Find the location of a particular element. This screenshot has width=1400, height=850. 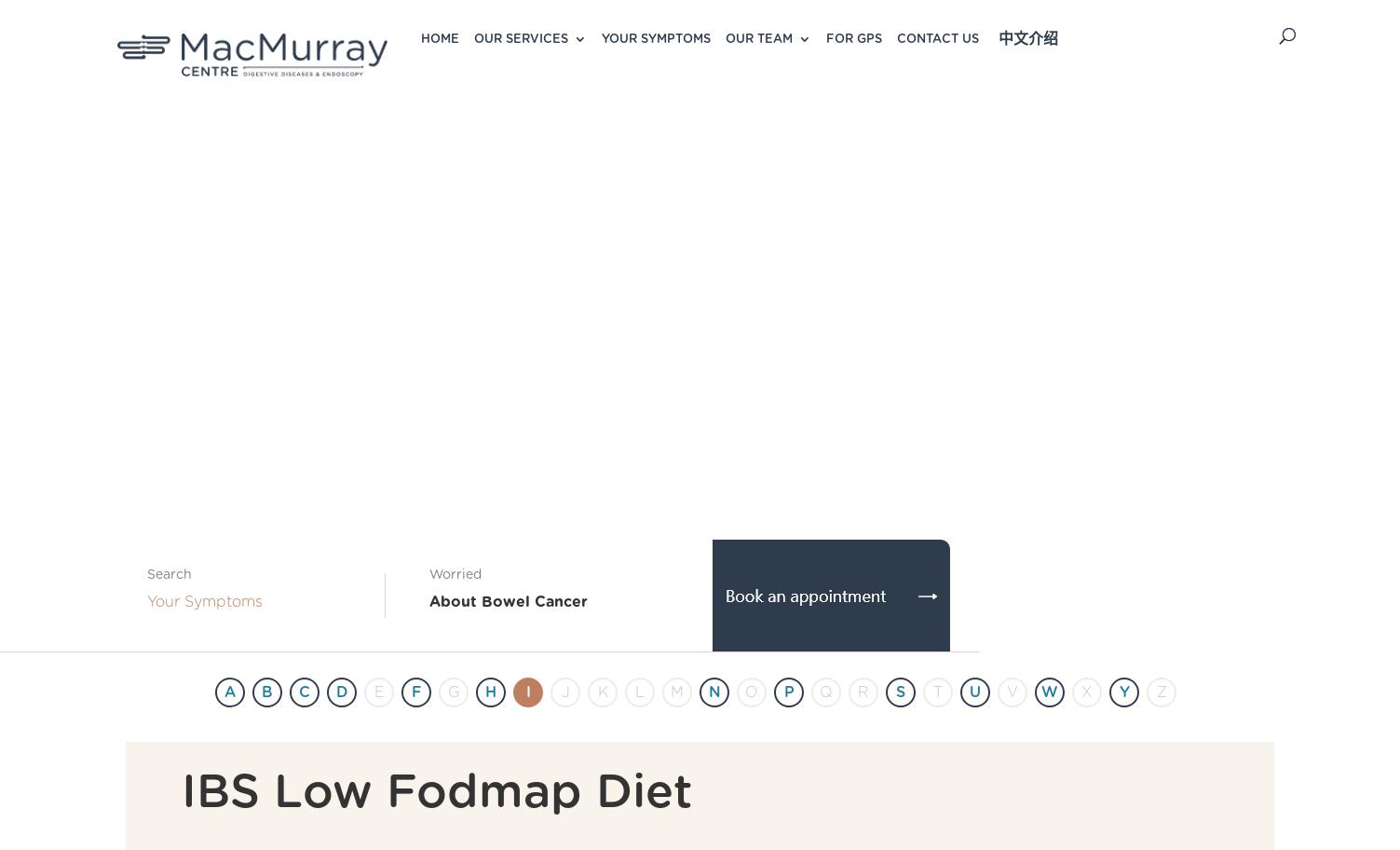

'Contact Us' is located at coordinates (938, 38).